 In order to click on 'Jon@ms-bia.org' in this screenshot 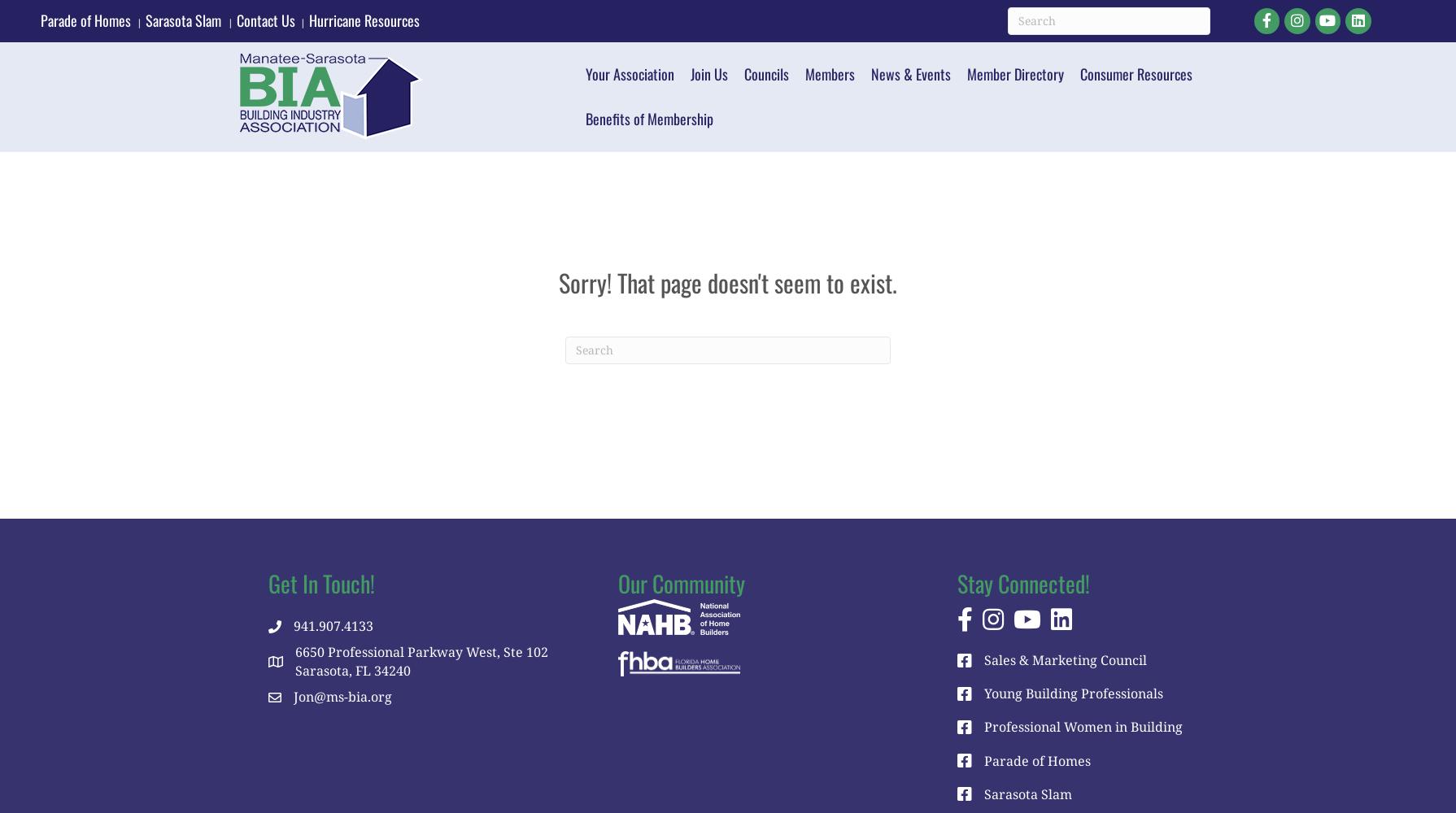, I will do `click(342, 696)`.